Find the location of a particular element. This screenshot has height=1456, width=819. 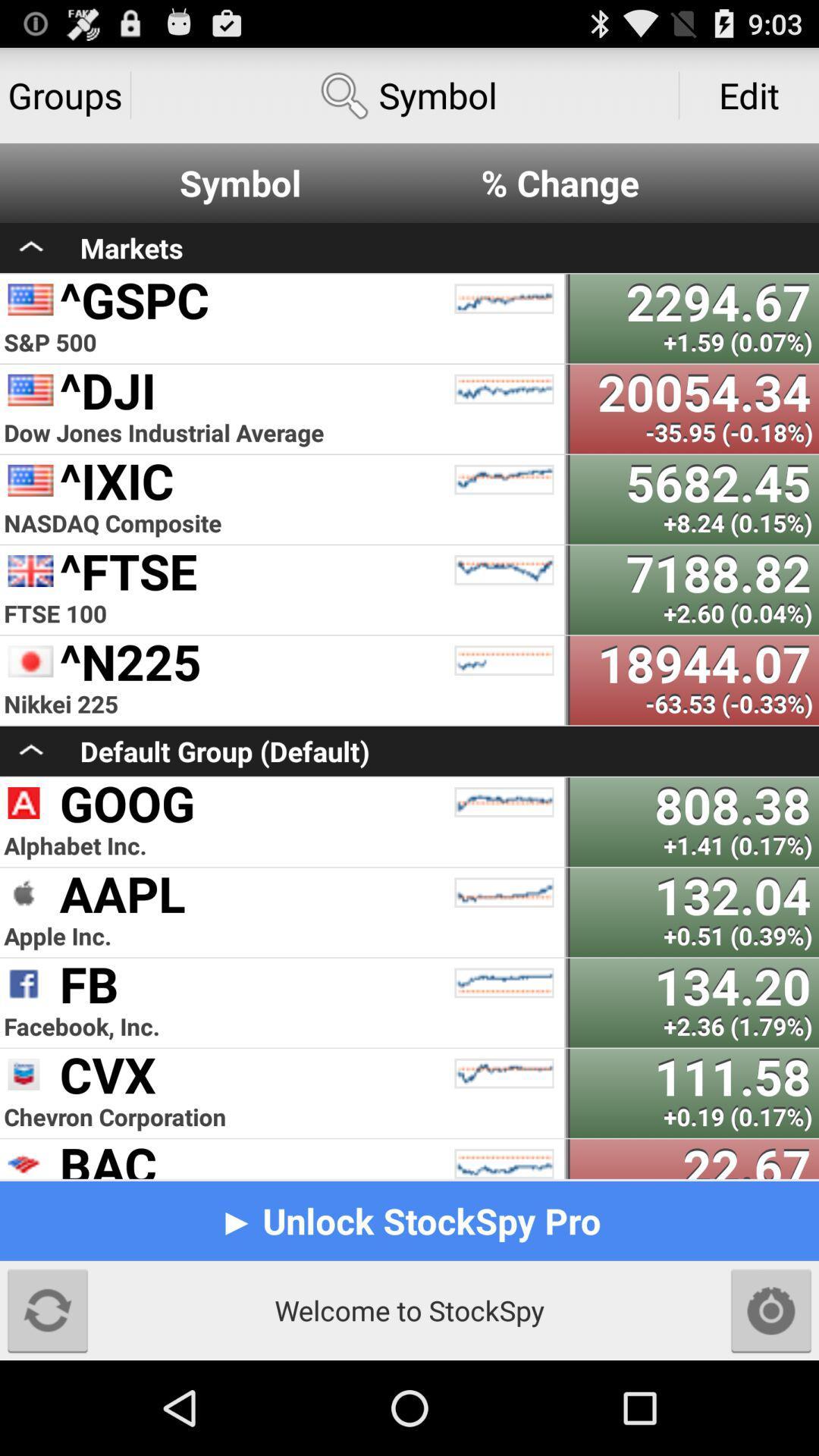

lock option is located at coordinates (771, 1310).